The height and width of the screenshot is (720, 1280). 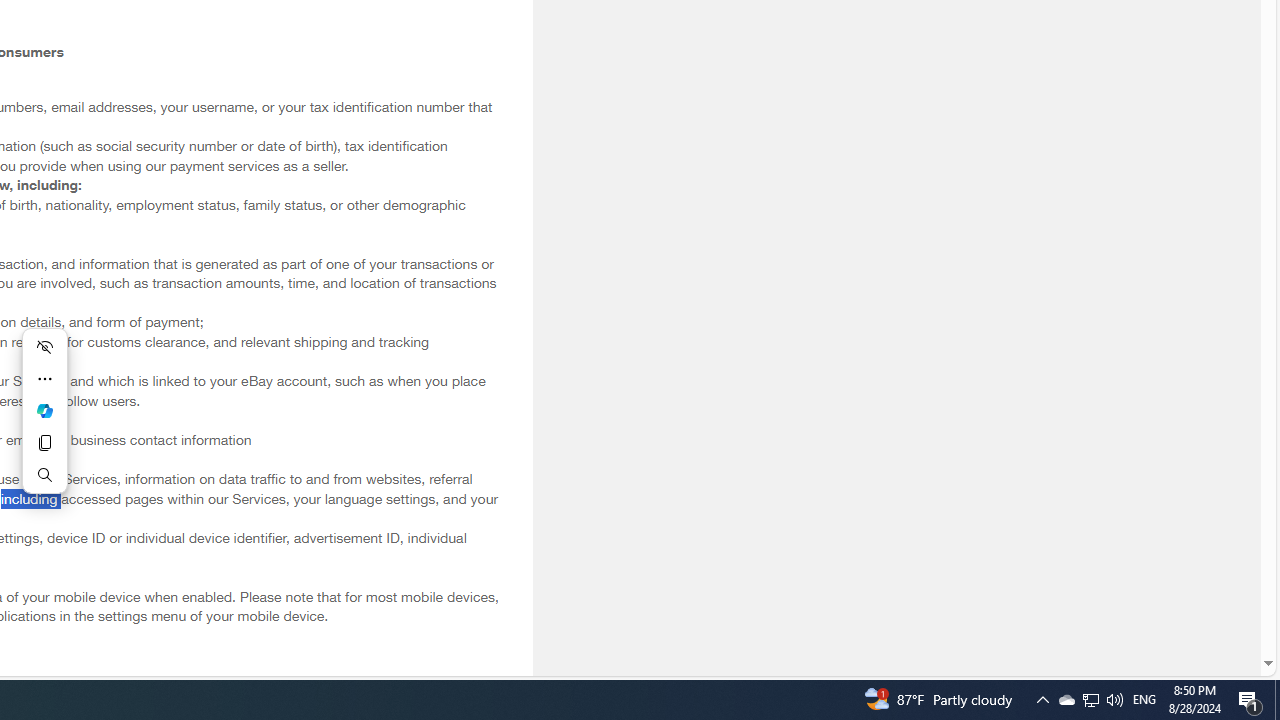 What do you see at coordinates (44, 379) in the screenshot?
I see `'More actions'` at bounding box center [44, 379].